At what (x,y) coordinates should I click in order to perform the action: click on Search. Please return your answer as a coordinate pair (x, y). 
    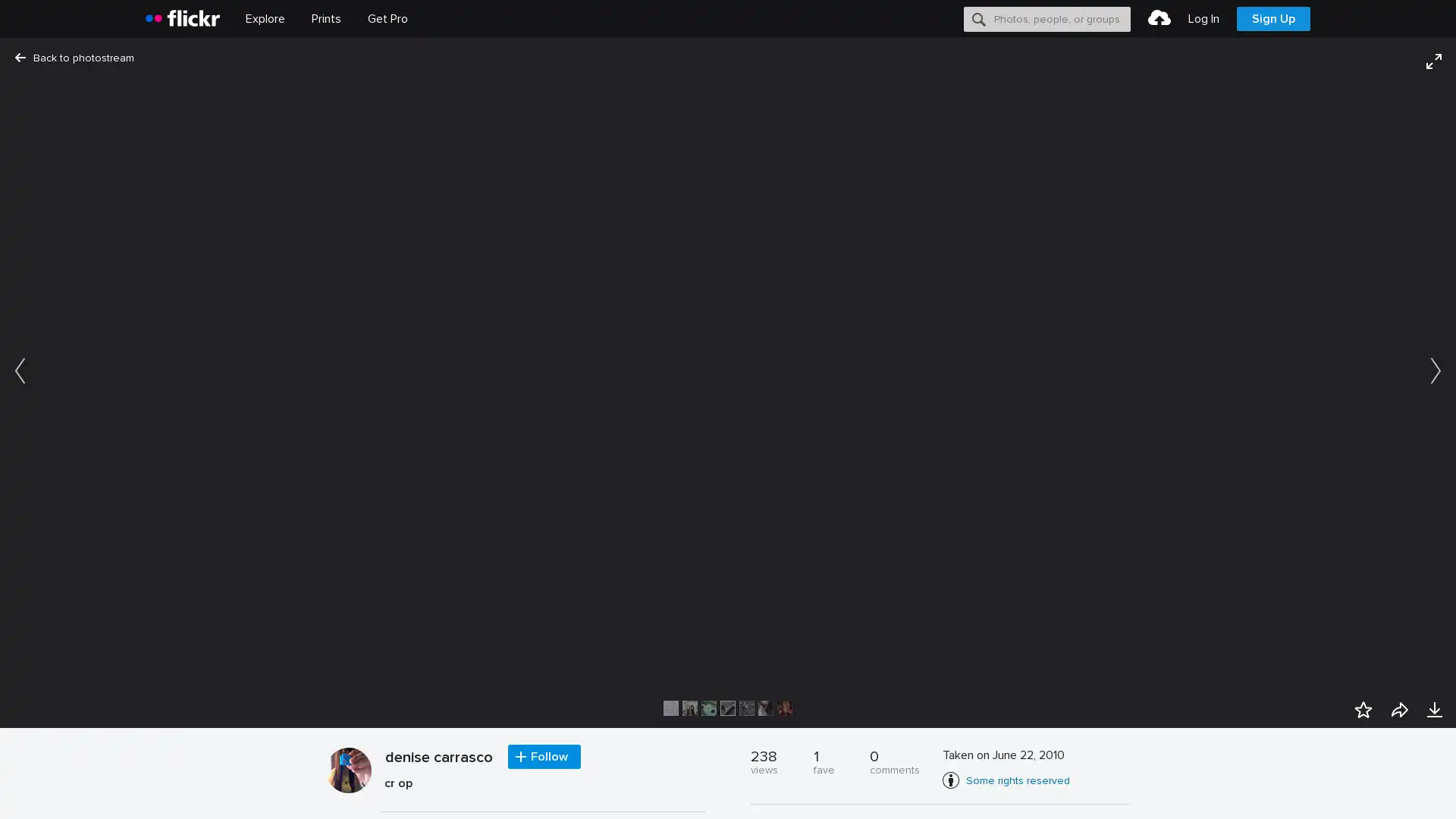
    Looking at the image, I should click on (979, 18).